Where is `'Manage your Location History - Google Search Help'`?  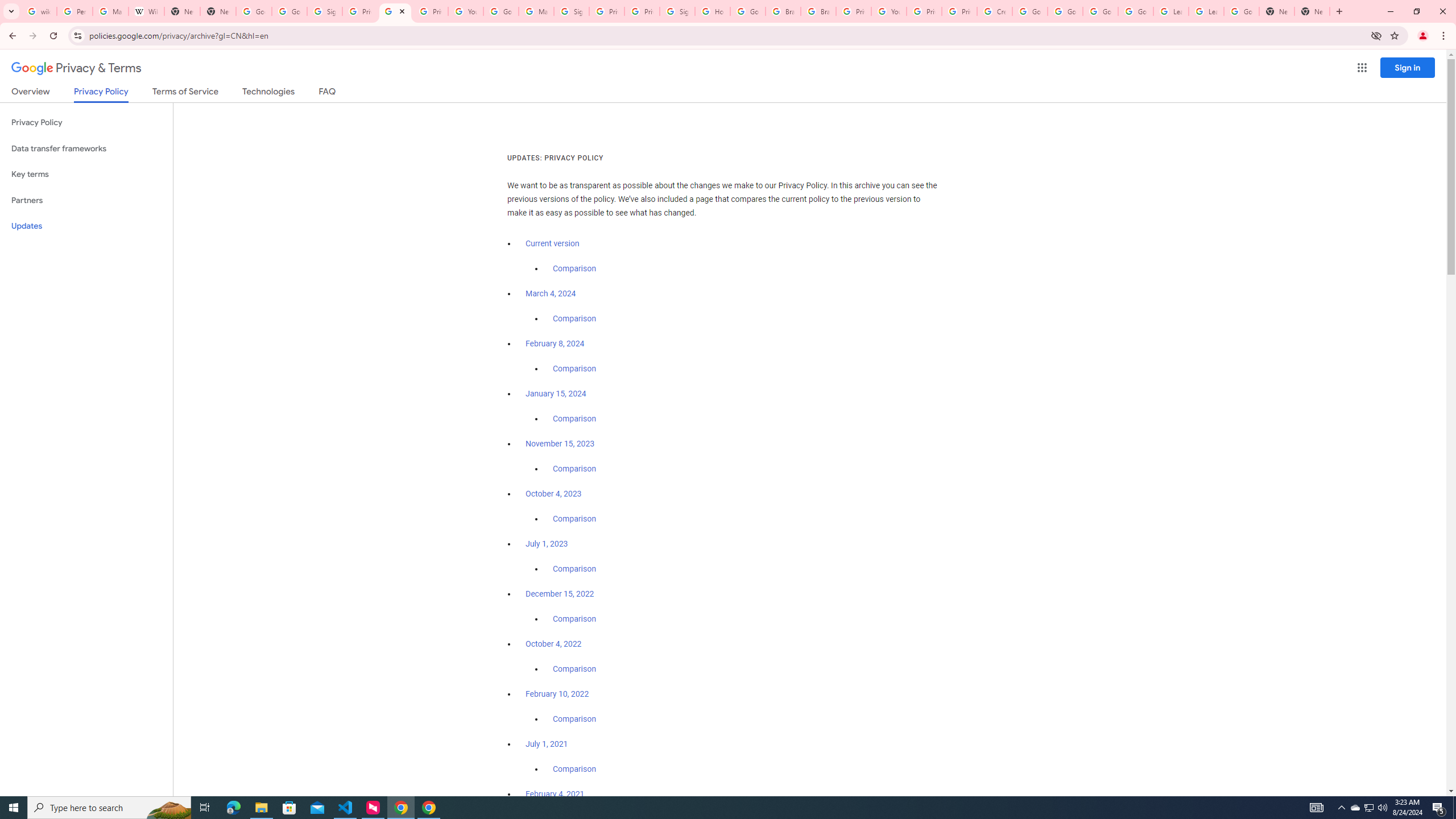 'Manage your Location History - Google Search Help' is located at coordinates (110, 11).